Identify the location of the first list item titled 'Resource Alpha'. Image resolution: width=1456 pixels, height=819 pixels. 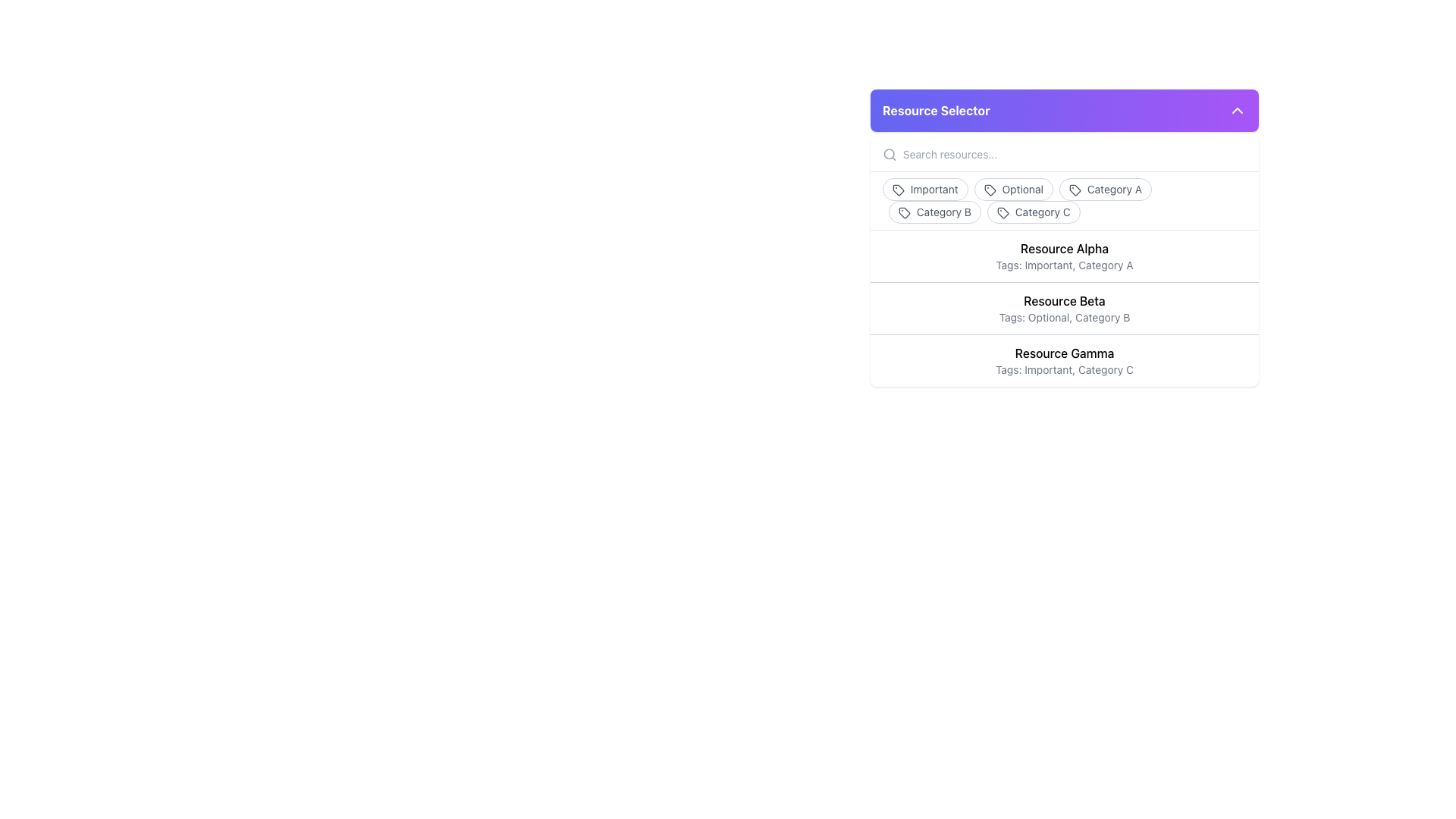
(1063, 256).